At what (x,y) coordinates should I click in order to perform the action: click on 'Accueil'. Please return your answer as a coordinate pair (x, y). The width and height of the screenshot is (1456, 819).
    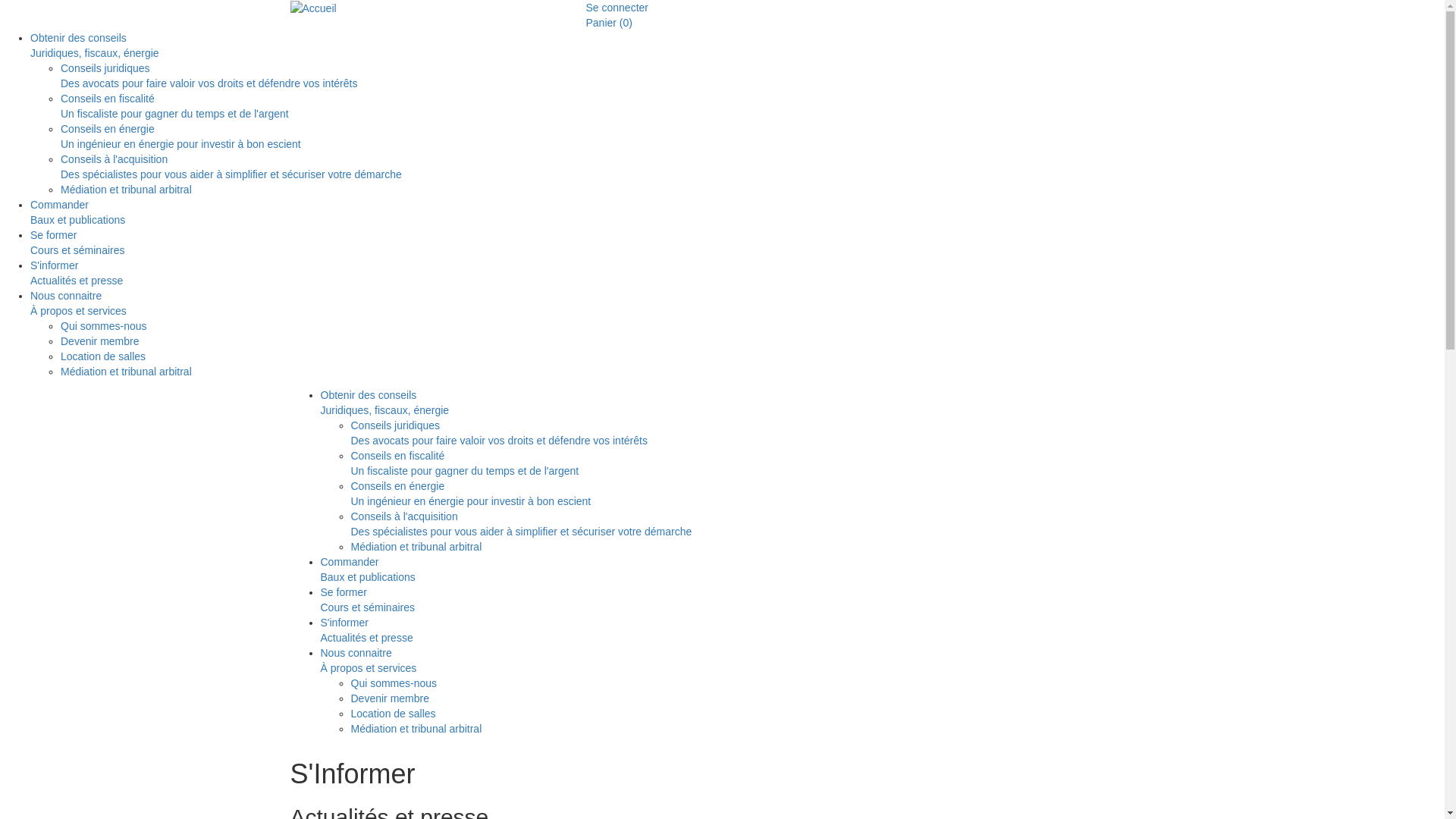
    Looking at the image, I should click on (290, 8).